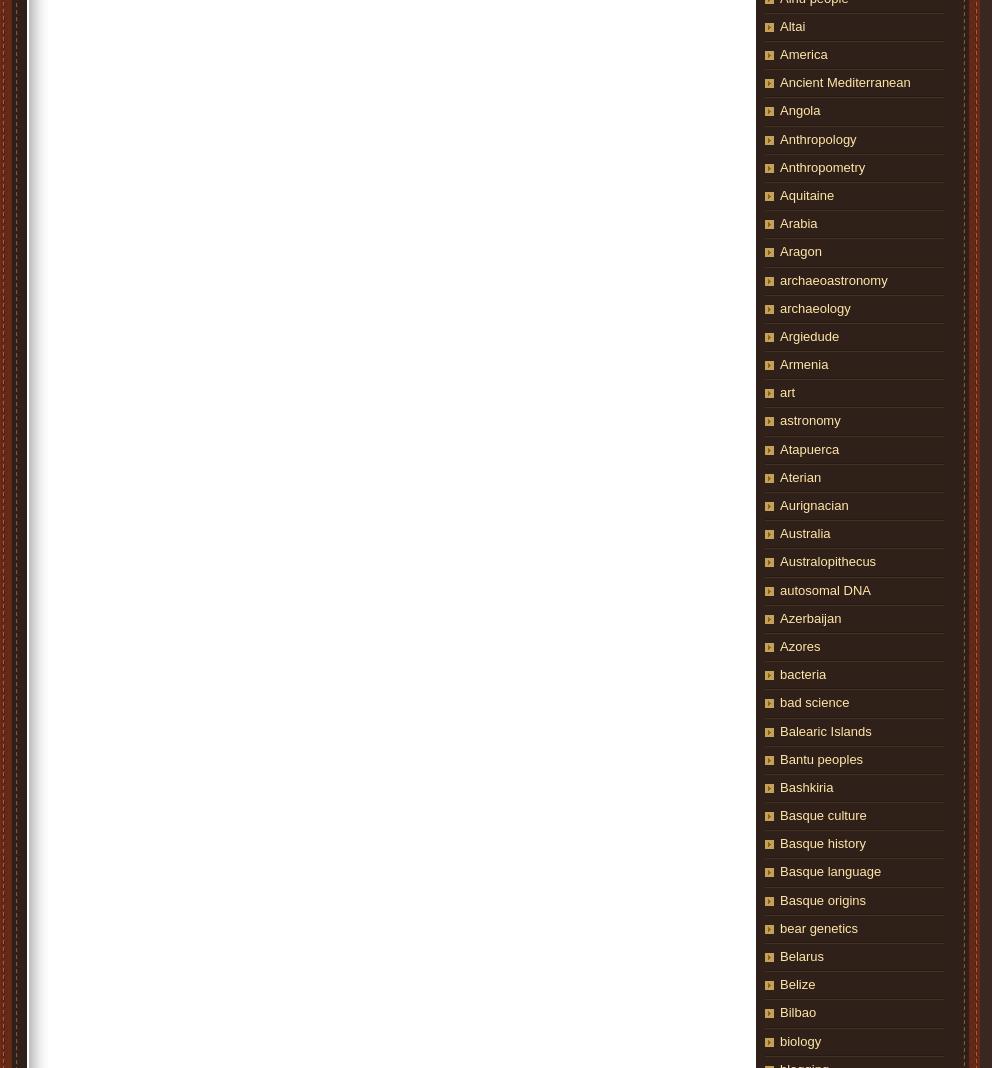 This screenshot has width=992, height=1068. Describe the element at coordinates (779, 842) in the screenshot. I see `'Basque history'` at that location.